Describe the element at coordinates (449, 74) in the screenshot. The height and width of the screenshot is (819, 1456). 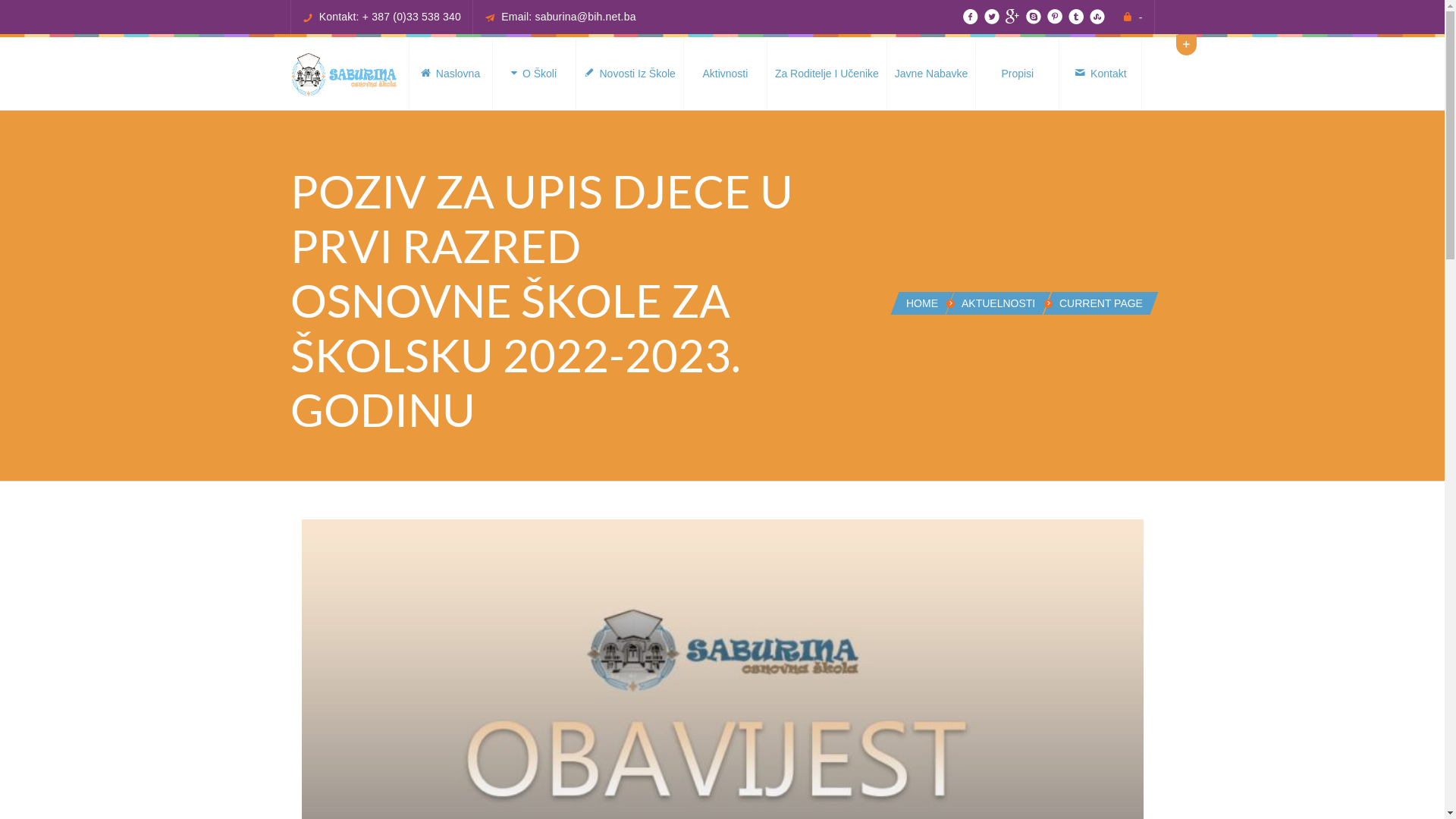
I see `'Naslovna'` at that location.